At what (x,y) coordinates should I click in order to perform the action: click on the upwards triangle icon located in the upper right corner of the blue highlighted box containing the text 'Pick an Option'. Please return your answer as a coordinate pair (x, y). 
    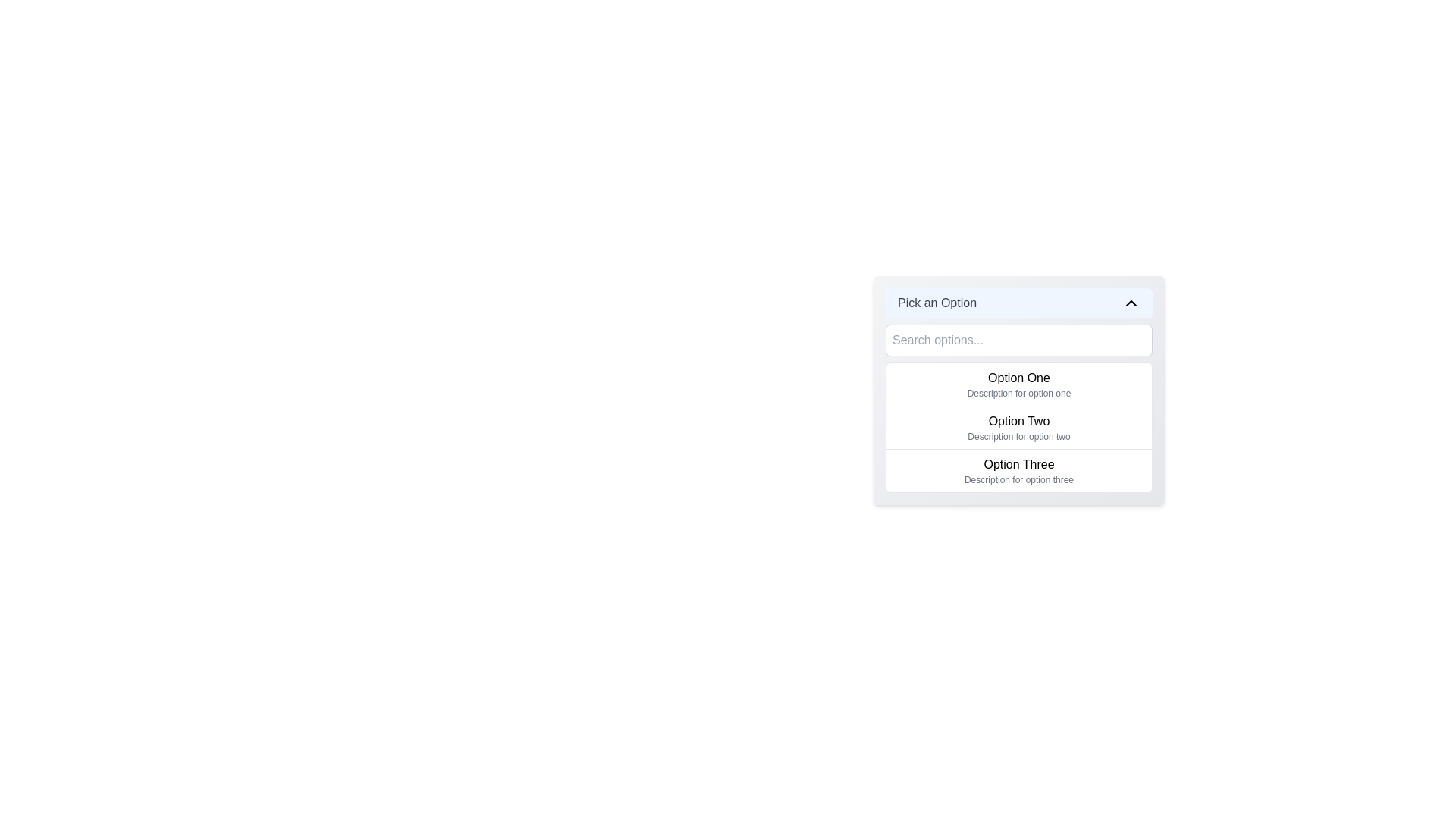
    Looking at the image, I should click on (1131, 303).